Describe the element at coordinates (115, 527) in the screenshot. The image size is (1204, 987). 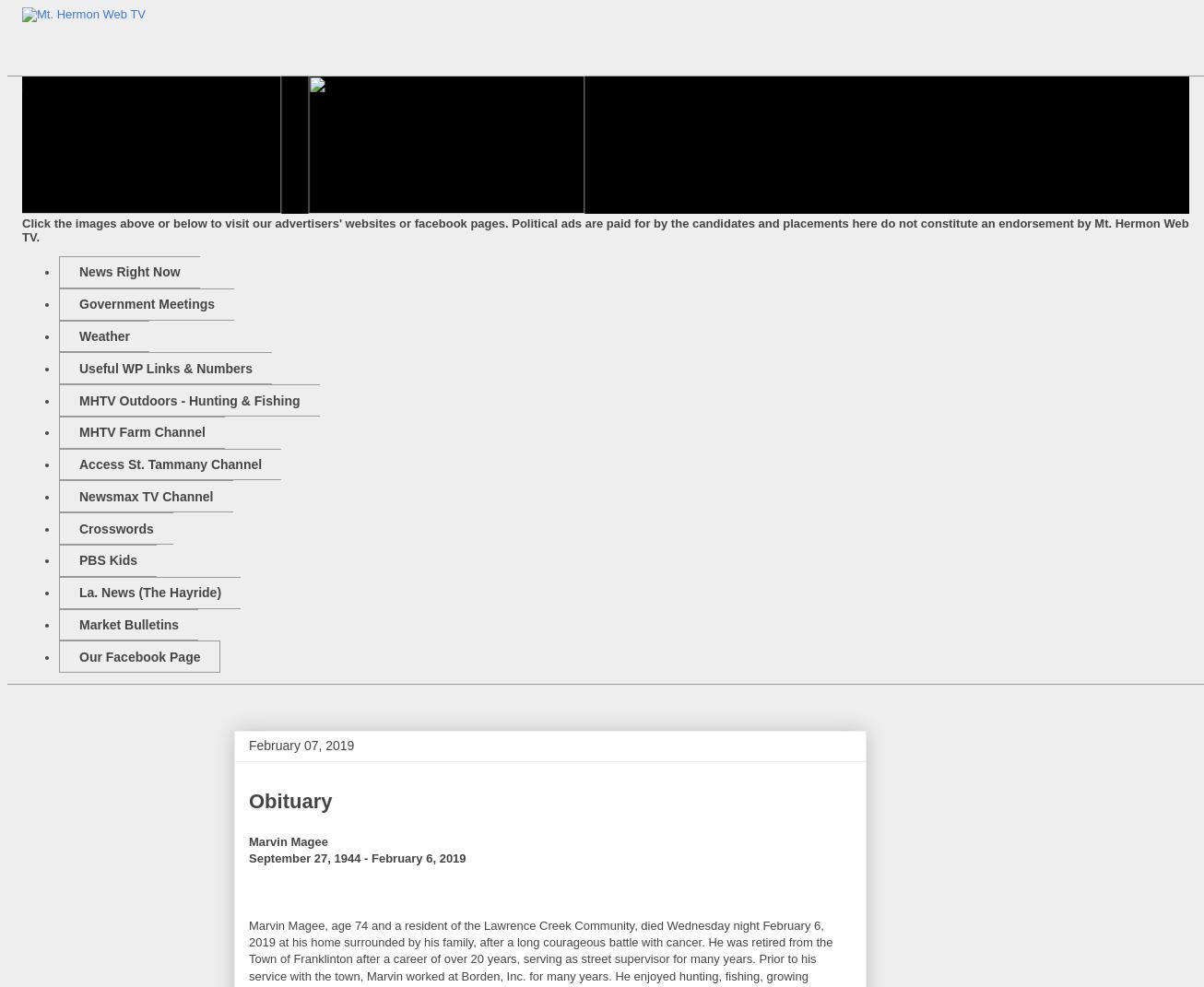
I see `'Crosswords'` at that location.